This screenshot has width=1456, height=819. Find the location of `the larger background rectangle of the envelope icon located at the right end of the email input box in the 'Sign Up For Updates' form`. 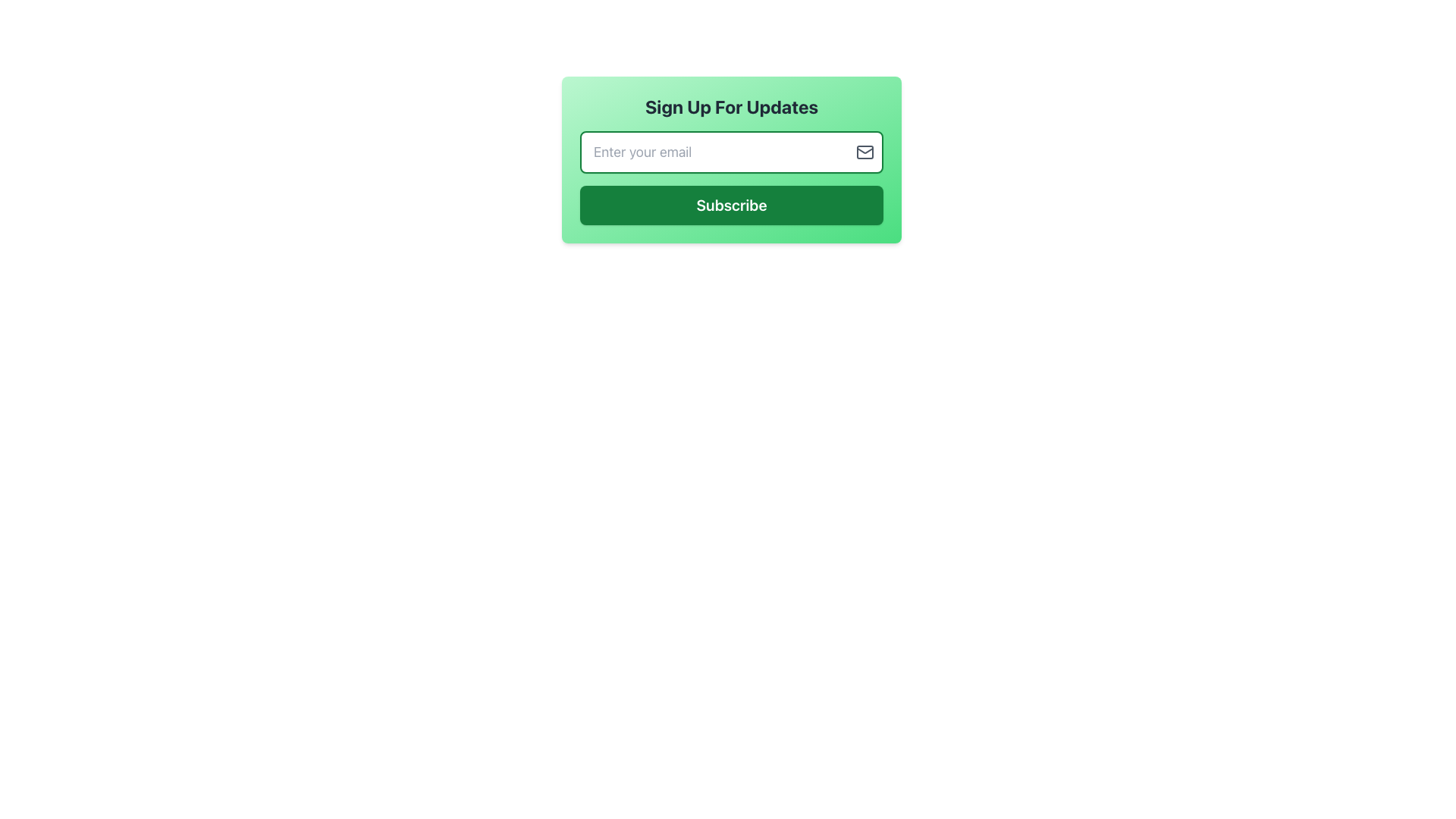

the larger background rectangle of the envelope icon located at the right end of the email input box in the 'Sign Up For Updates' form is located at coordinates (865, 152).